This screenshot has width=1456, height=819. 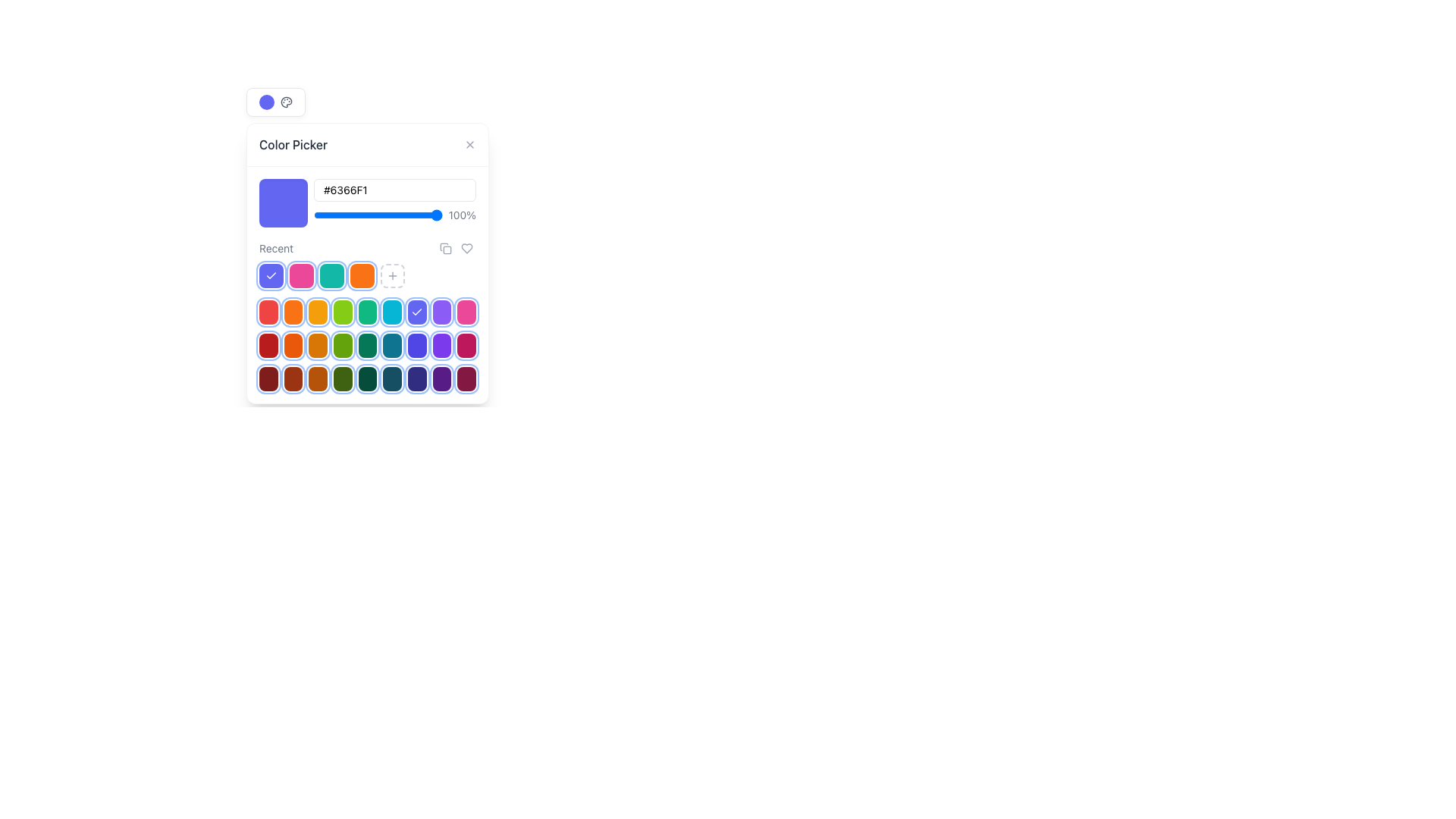 I want to click on the orange color tile in the 'Recent' section of the 'Color Picker' interface, so click(x=367, y=275).